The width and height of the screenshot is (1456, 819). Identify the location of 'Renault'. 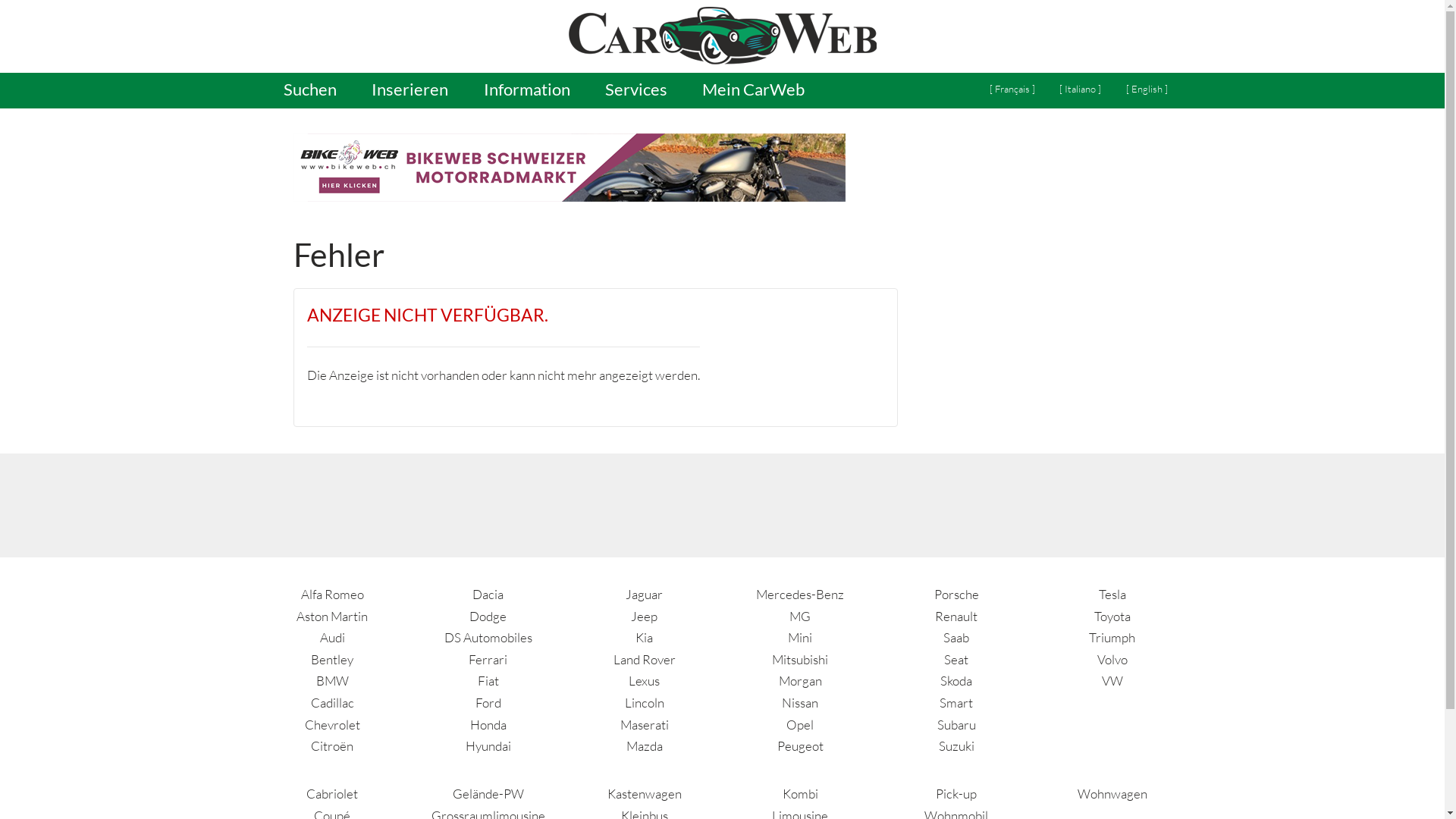
(955, 616).